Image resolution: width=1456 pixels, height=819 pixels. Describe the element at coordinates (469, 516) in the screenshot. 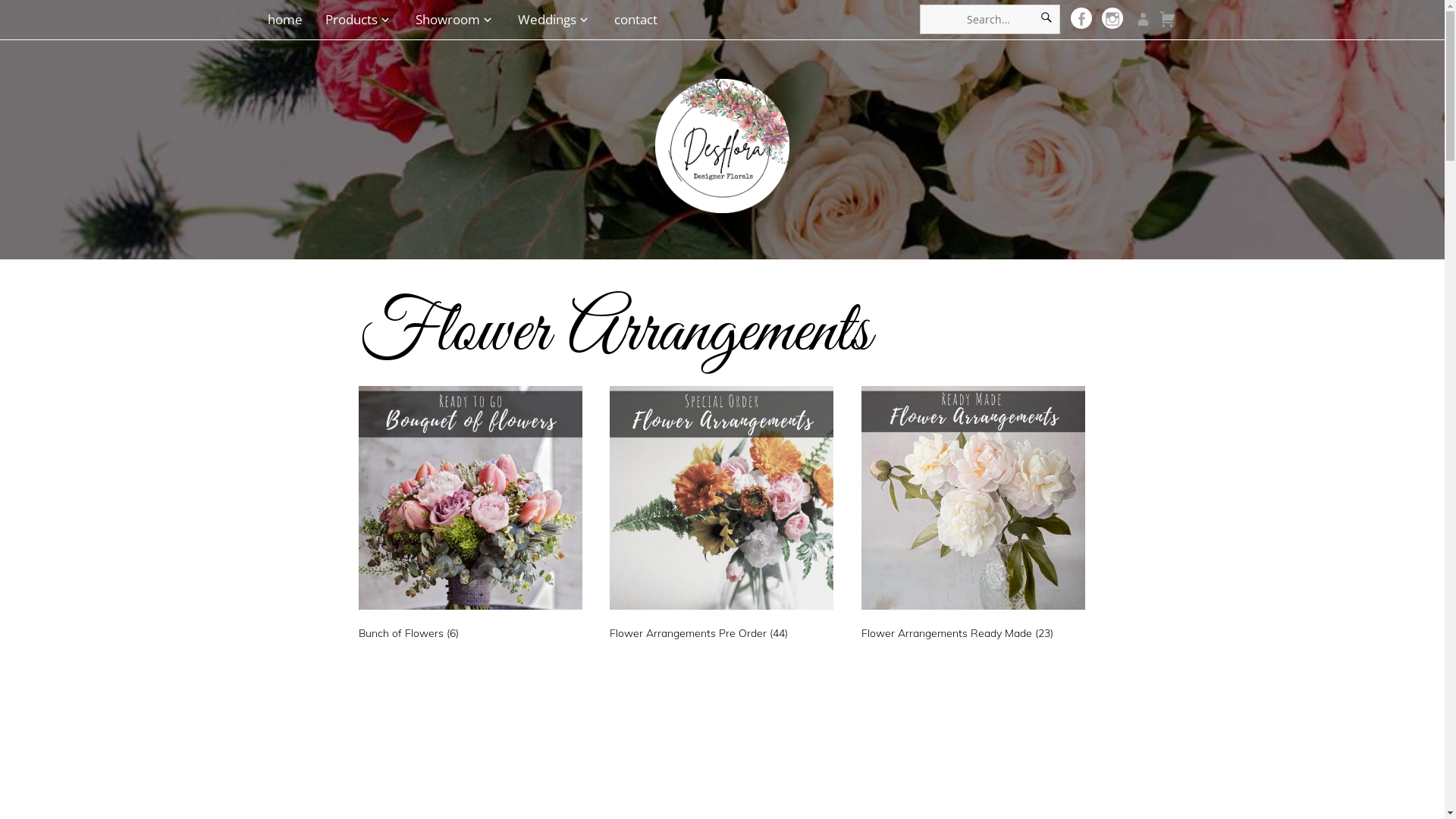

I see `'Bunch of Flowers (6)'` at that location.